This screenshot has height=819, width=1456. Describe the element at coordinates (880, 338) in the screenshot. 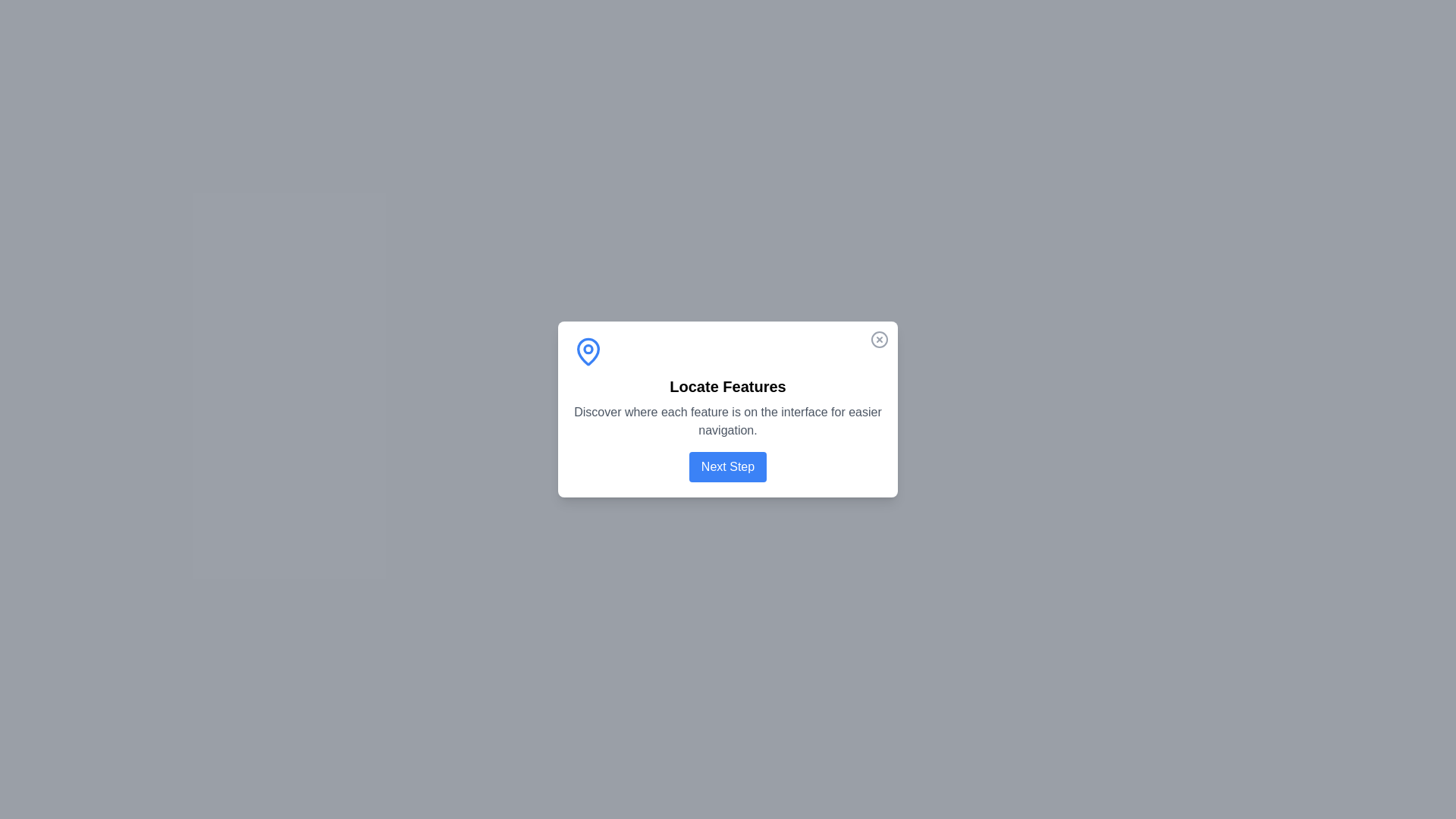

I see `the close icon to dismiss the dialog` at that location.